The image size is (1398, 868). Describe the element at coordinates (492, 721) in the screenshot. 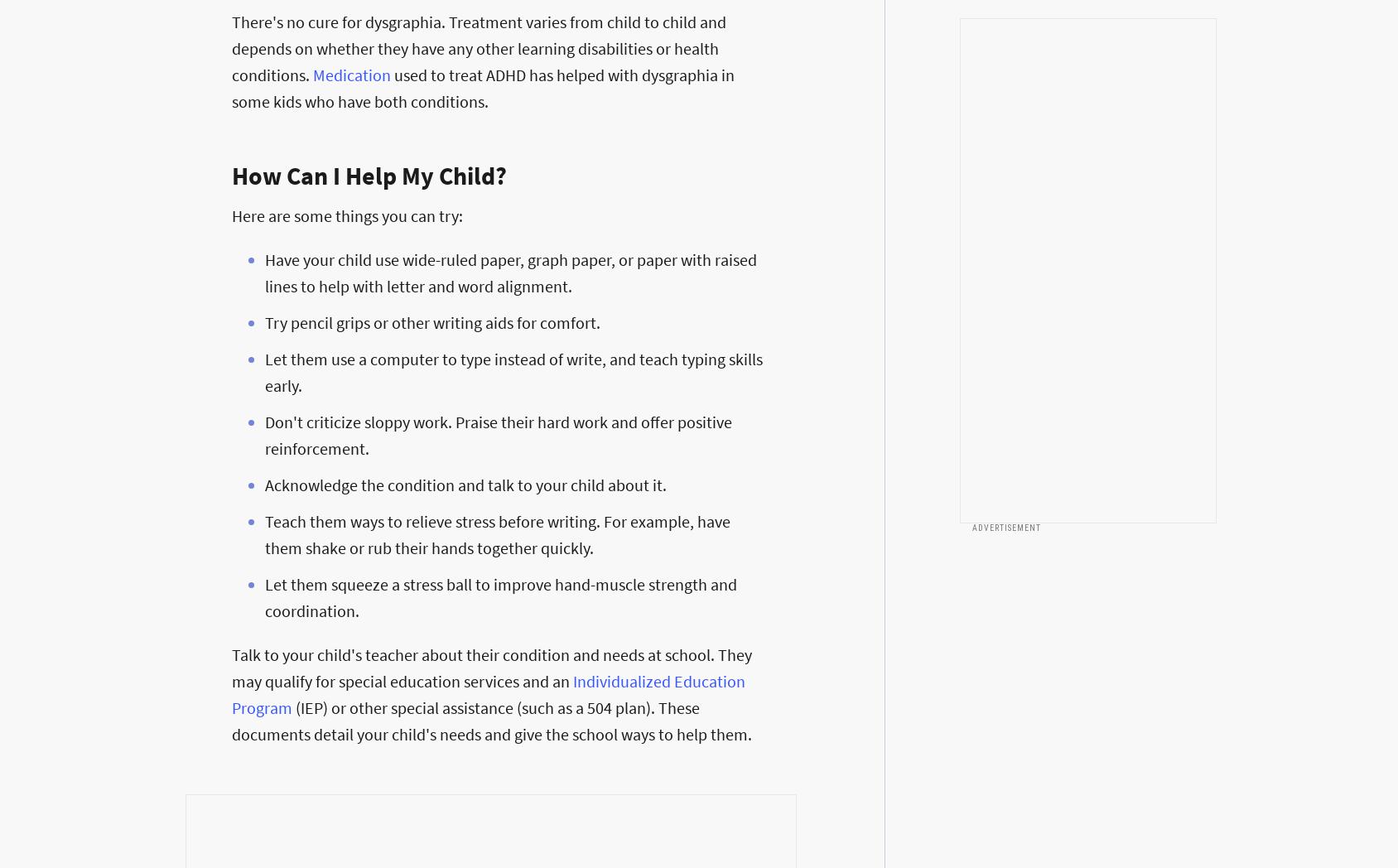

I see `'(IEP) or other special assistance (such as a 504 plan). These documents detail your child's needs and give the school ways to help them.'` at that location.